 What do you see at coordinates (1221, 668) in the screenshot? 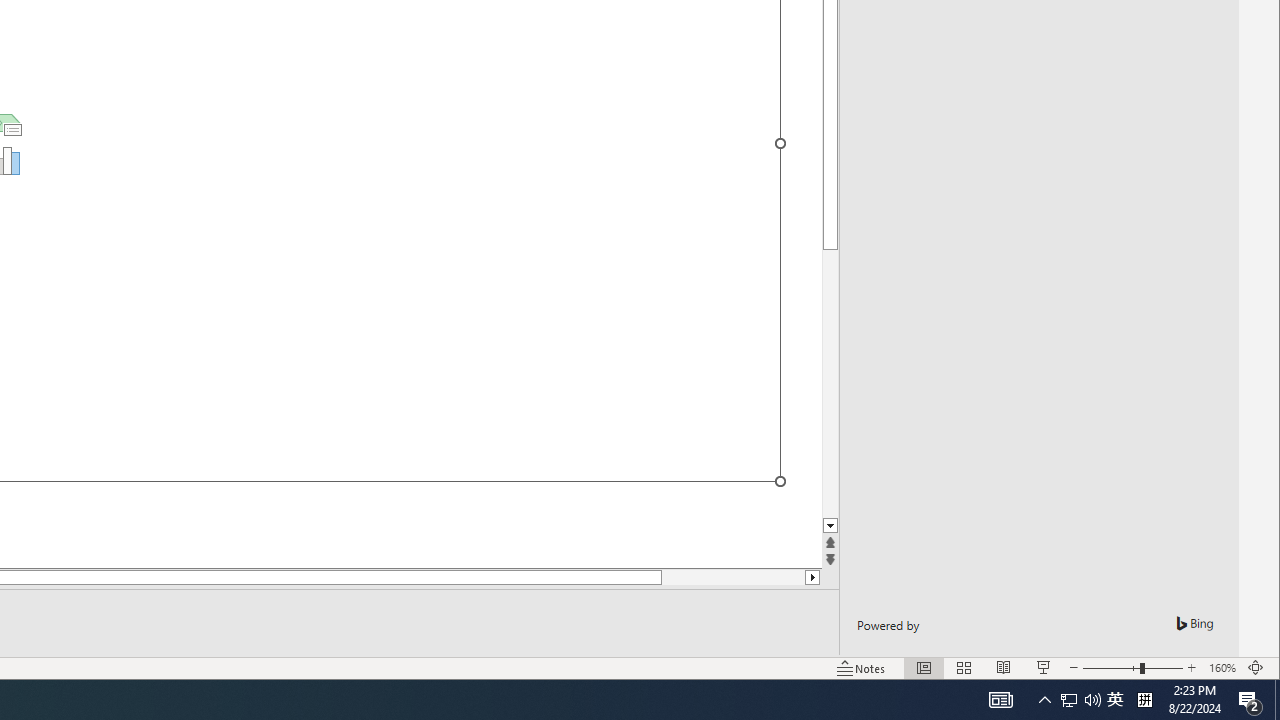
I see `'Zoom 160%'` at bounding box center [1221, 668].